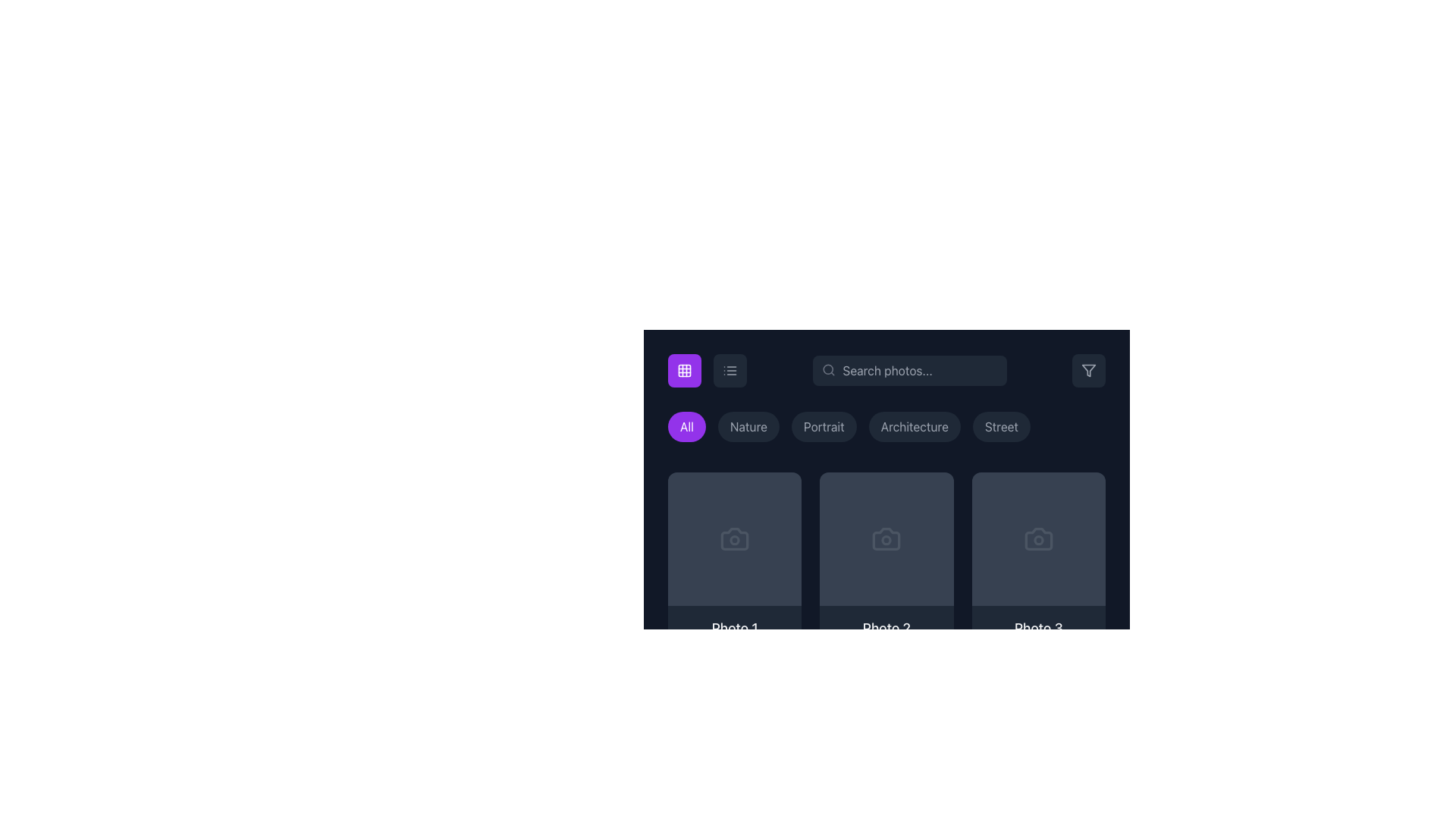 The image size is (1456, 819). I want to click on the 'Architecture' button, a rounded rectangular button with a dark gray background and light gray text, to filter content, so click(914, 427).